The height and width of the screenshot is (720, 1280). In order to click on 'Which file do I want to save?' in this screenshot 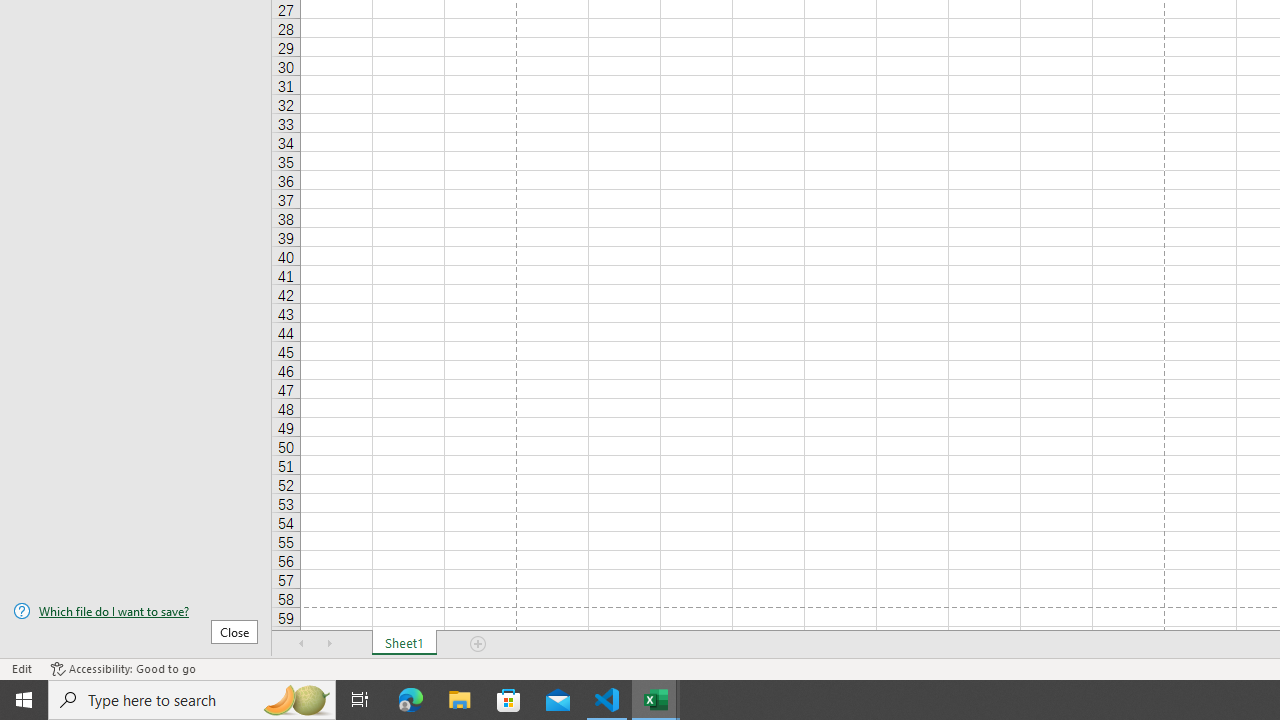, I will do `click(135, 610)`.